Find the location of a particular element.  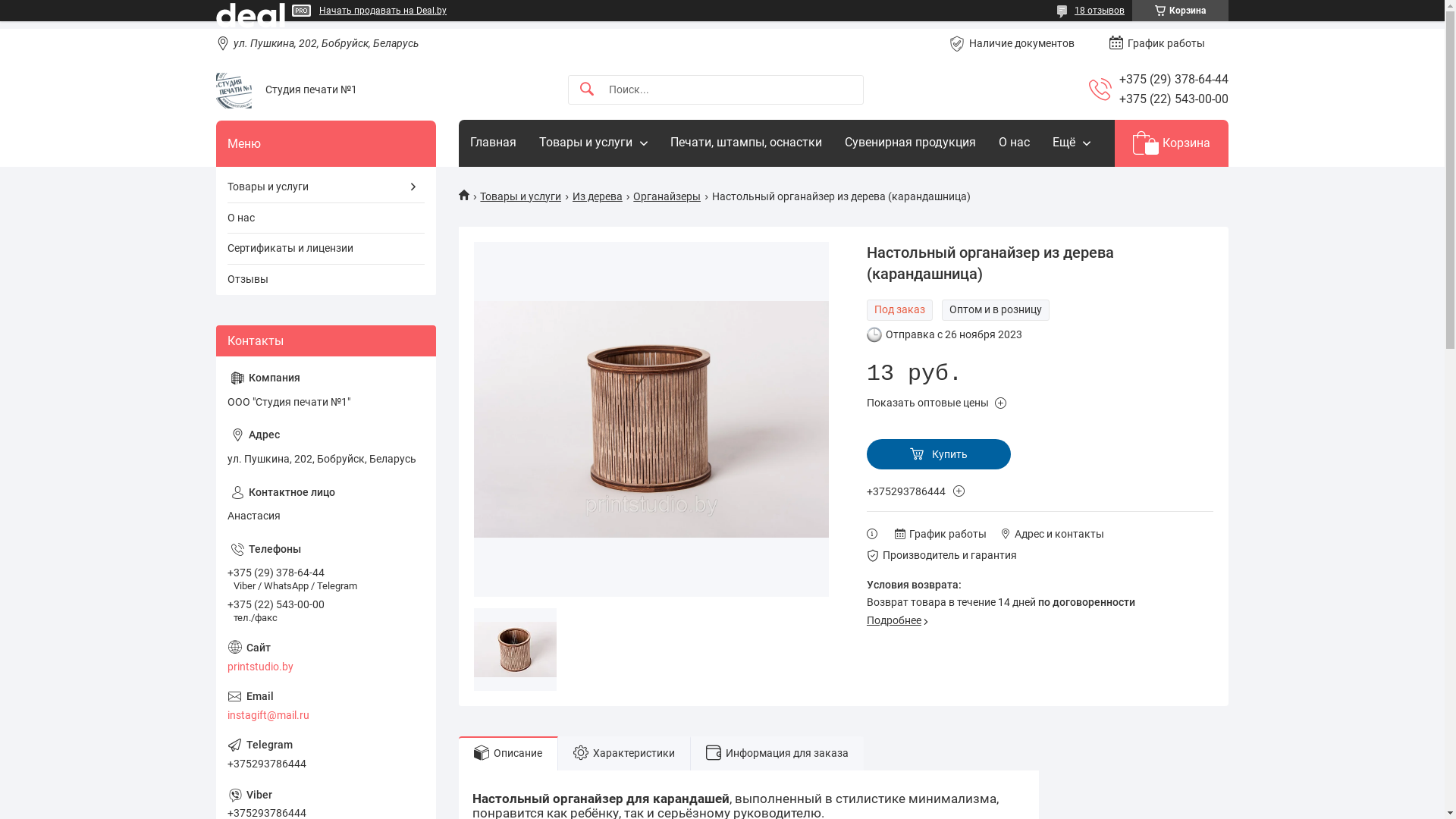

'printstudio.by' is located at coordinates (325, 656).